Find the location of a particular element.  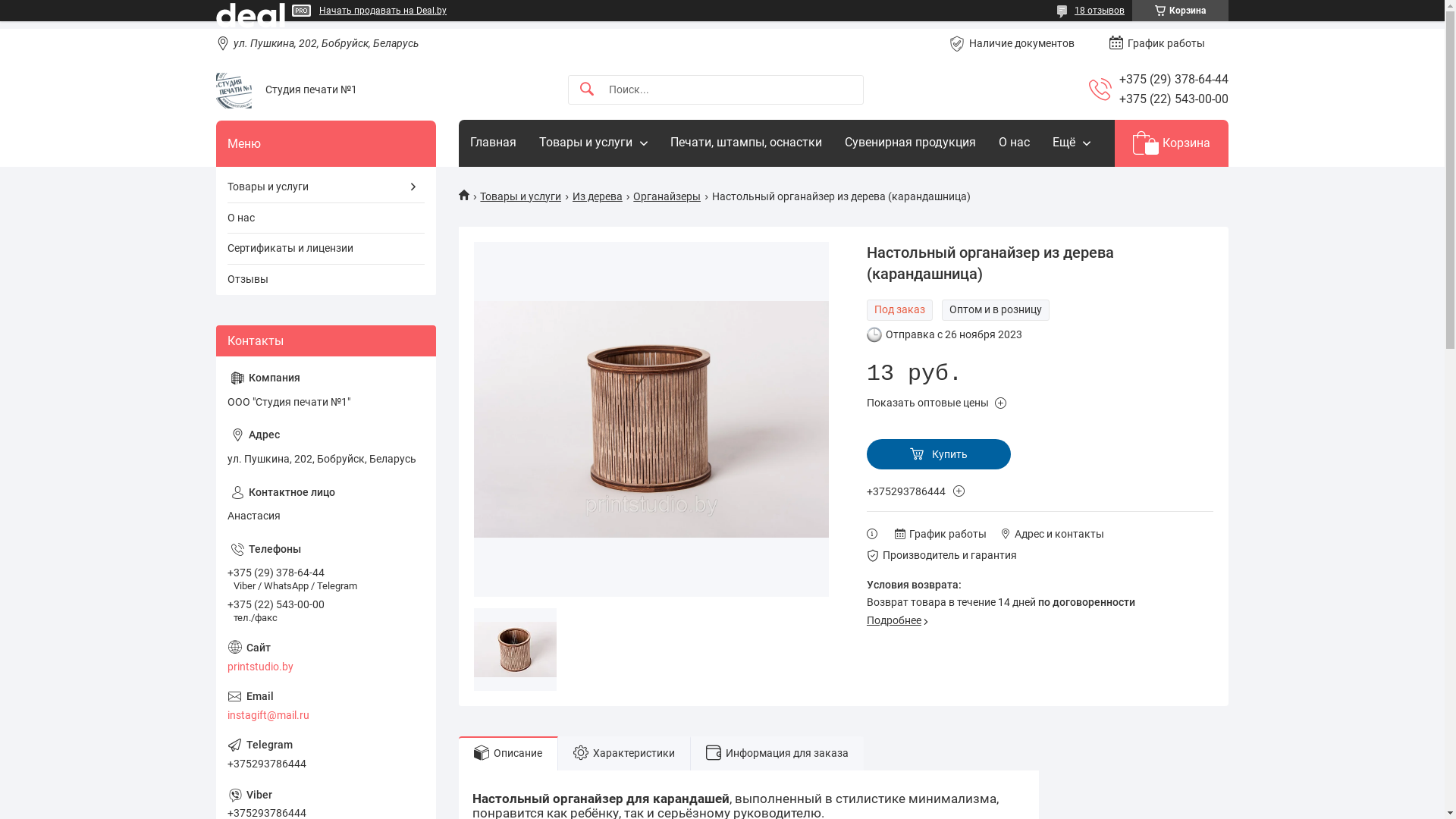

'printstudio.by' is located at coordinates (325, 656).